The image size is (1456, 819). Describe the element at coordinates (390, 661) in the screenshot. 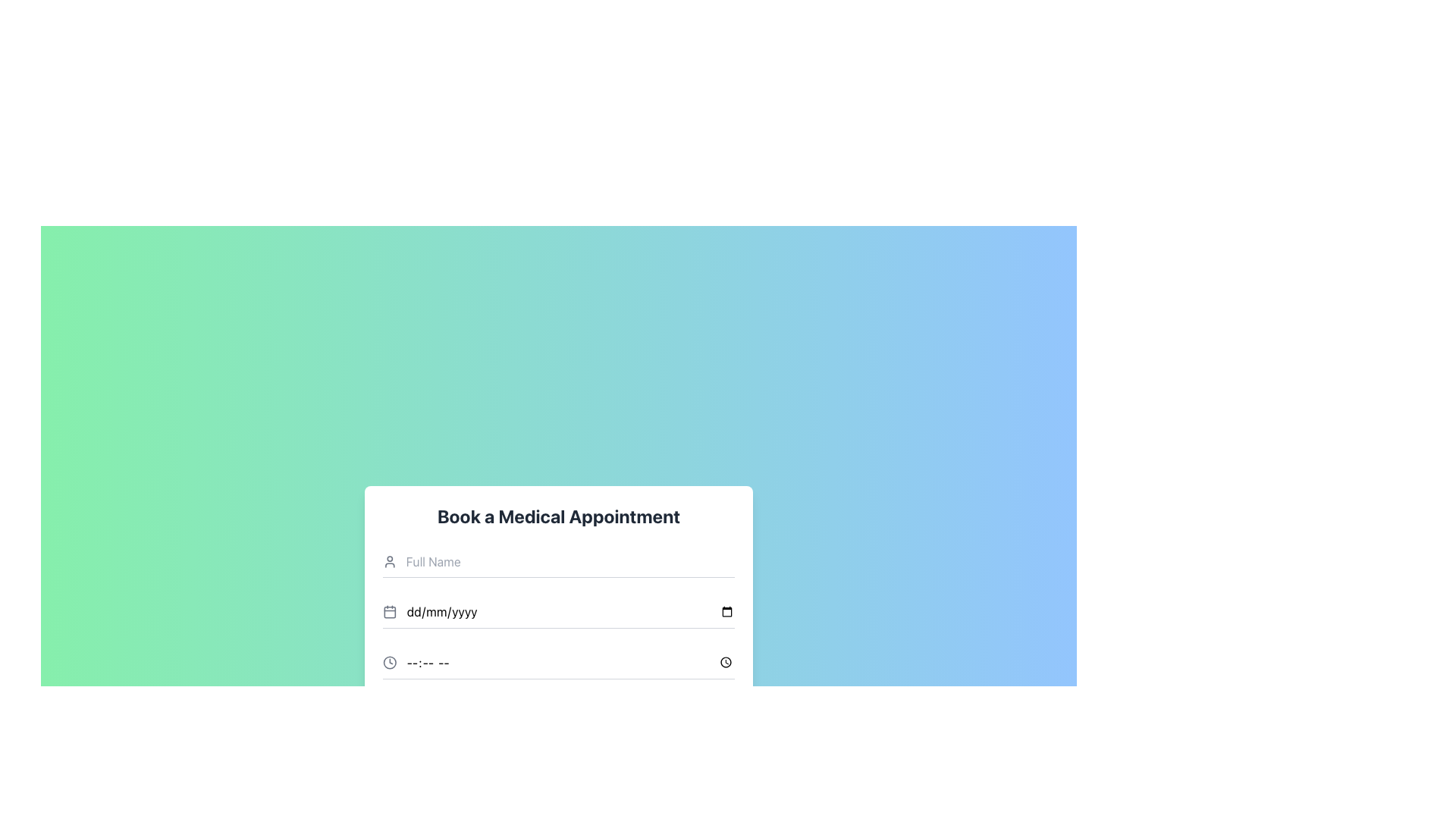

I see `the time-picker icon located to the left of the time input field in the 'Book a Medical Appointment' form` at that location.